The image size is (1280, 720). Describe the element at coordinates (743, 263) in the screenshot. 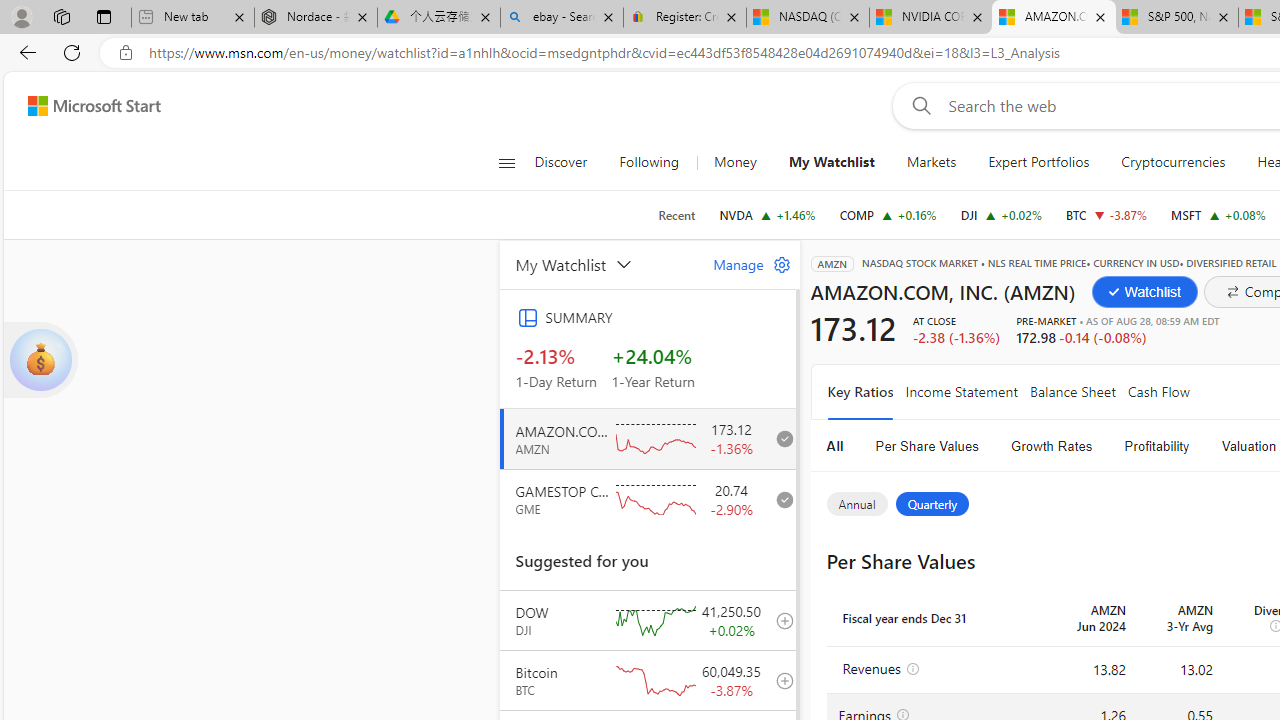

I see `'Manage'` at that location.